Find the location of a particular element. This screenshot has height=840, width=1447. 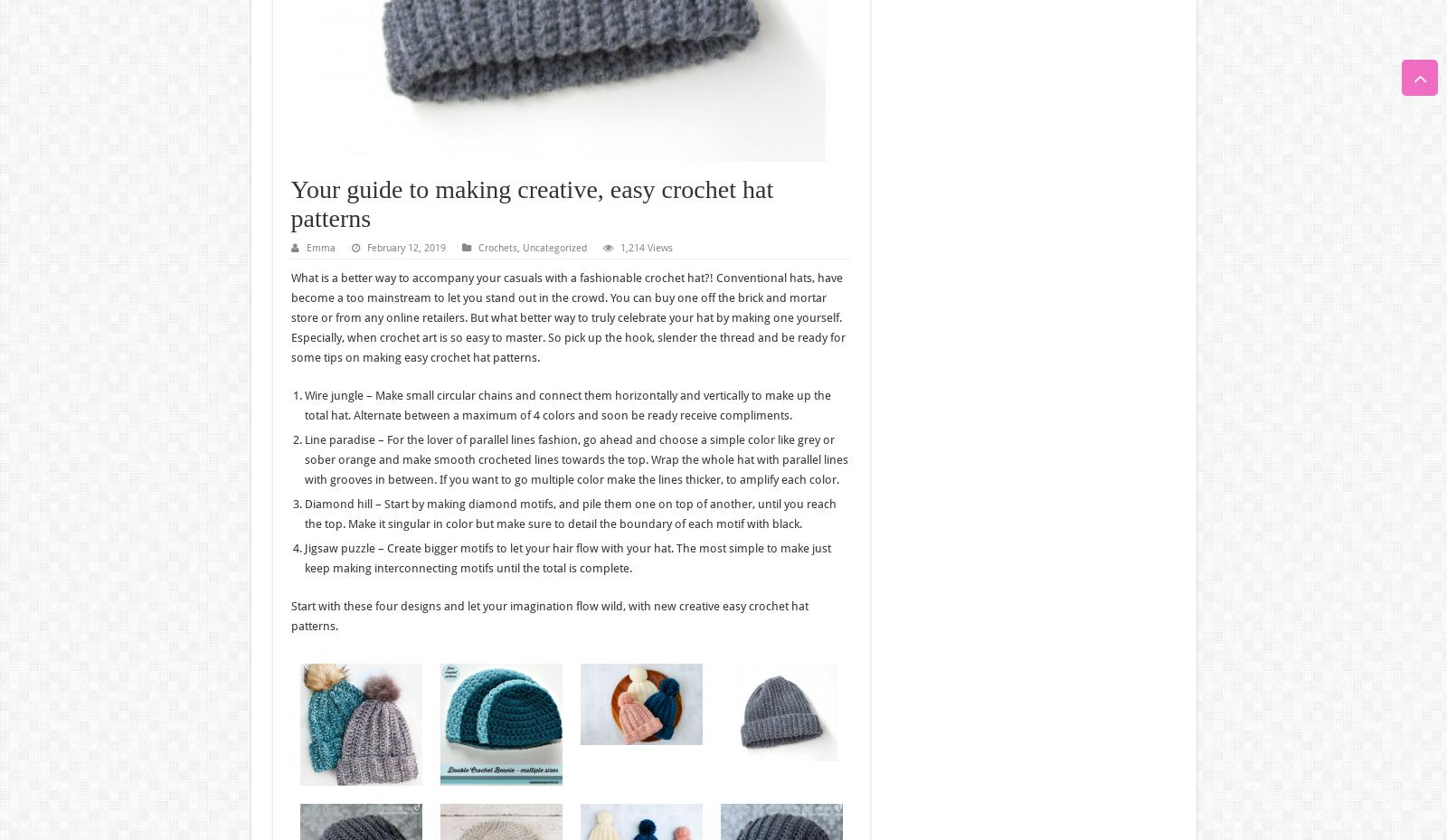

'Uncategorized' is located at coordinates (553, 247).